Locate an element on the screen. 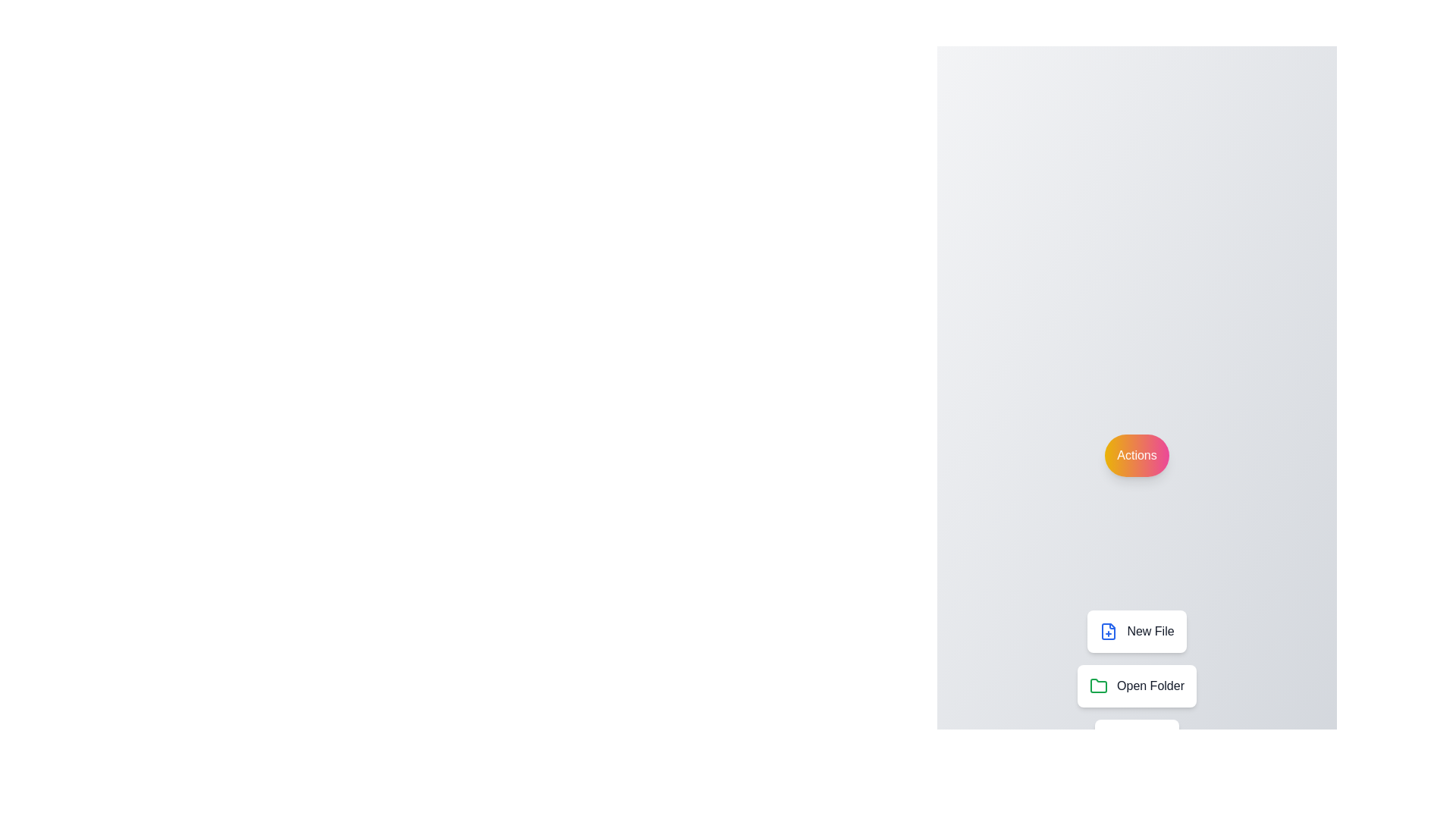  'Open Folder' button is located at coordinates (1137, 686).